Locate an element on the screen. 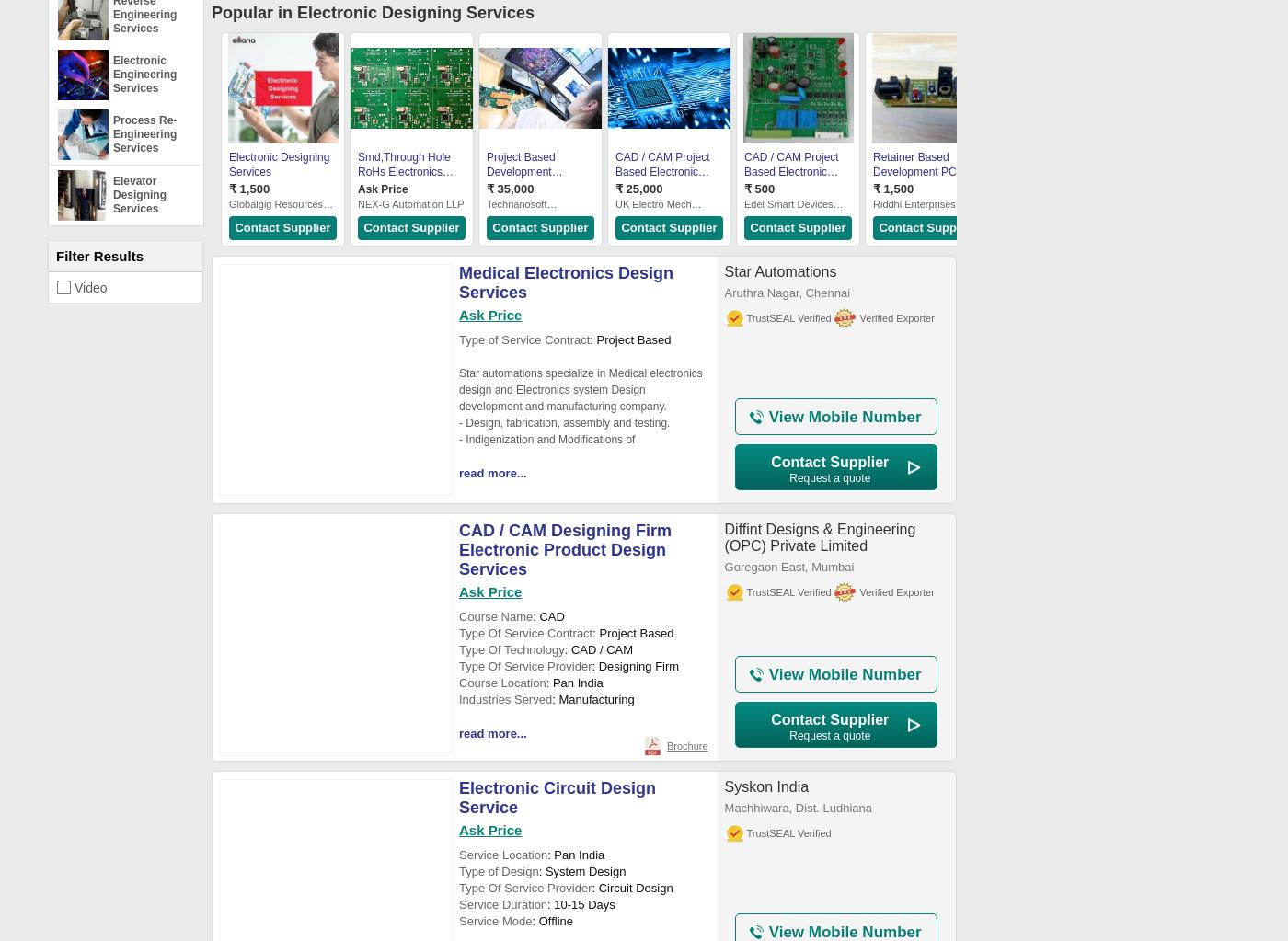 The image size is (1288, 941). 'Type of Service Contract' is located at coordinates (523, 339).